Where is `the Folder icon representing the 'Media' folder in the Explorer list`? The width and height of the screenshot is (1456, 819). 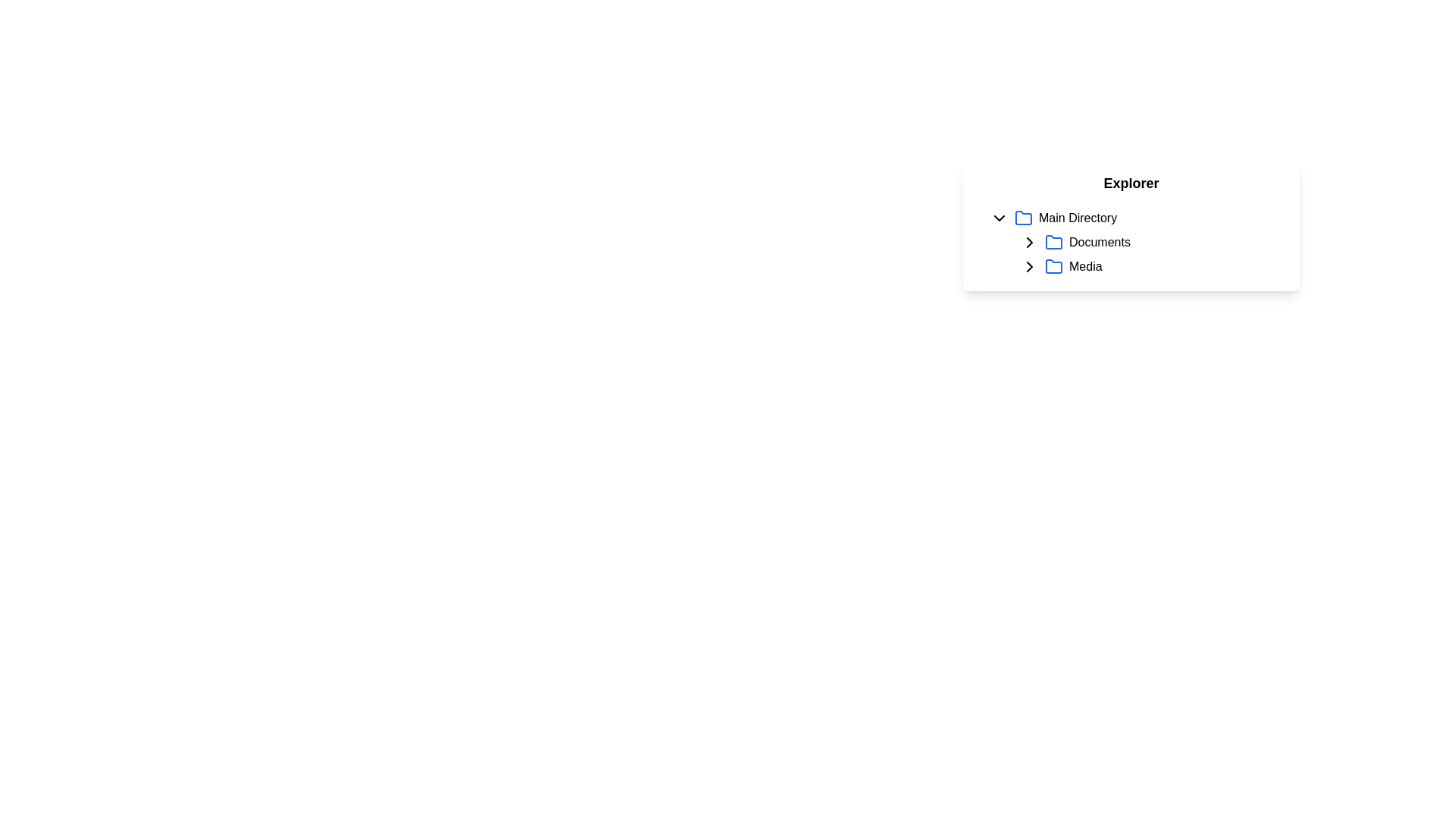
the Folder icon representing the 'Media' folder in the Explorer list is located at coordinates (1053, 265).